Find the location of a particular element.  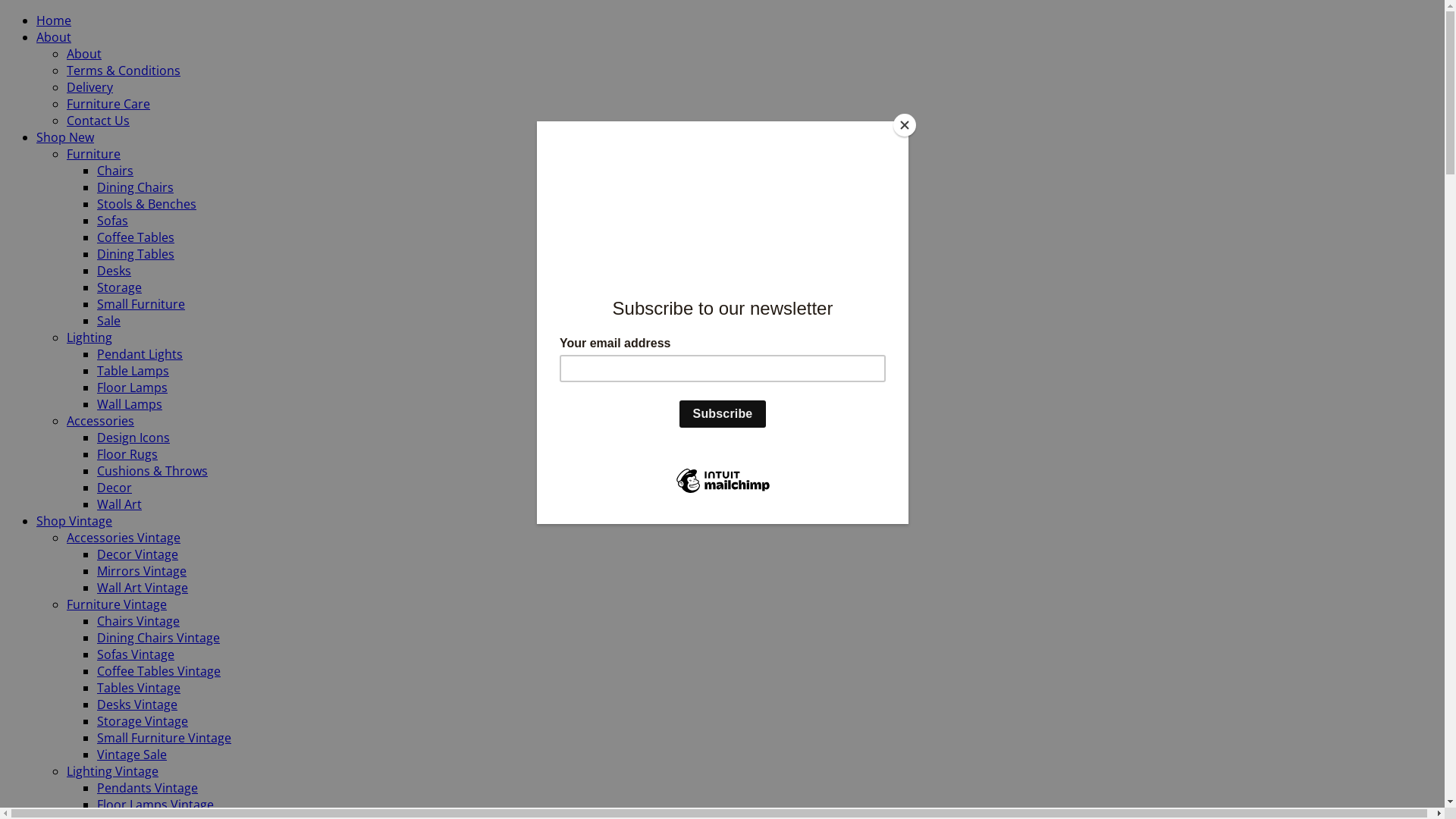

'Chairs Vintage' is located at coordinates (96, 620).